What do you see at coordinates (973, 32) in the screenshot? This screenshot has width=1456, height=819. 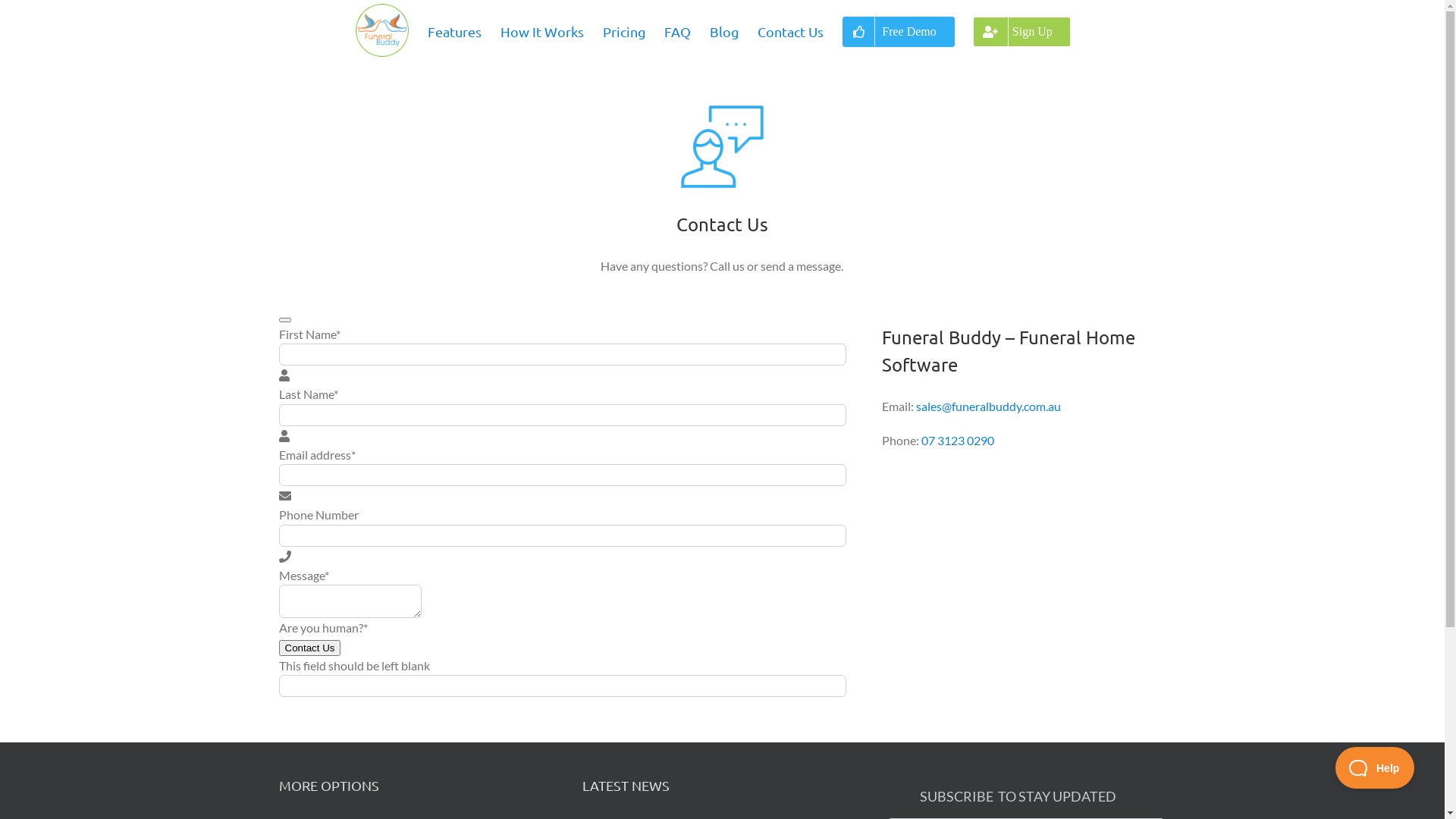 I see `'Sign Up'` at bounding box center [973, 32].